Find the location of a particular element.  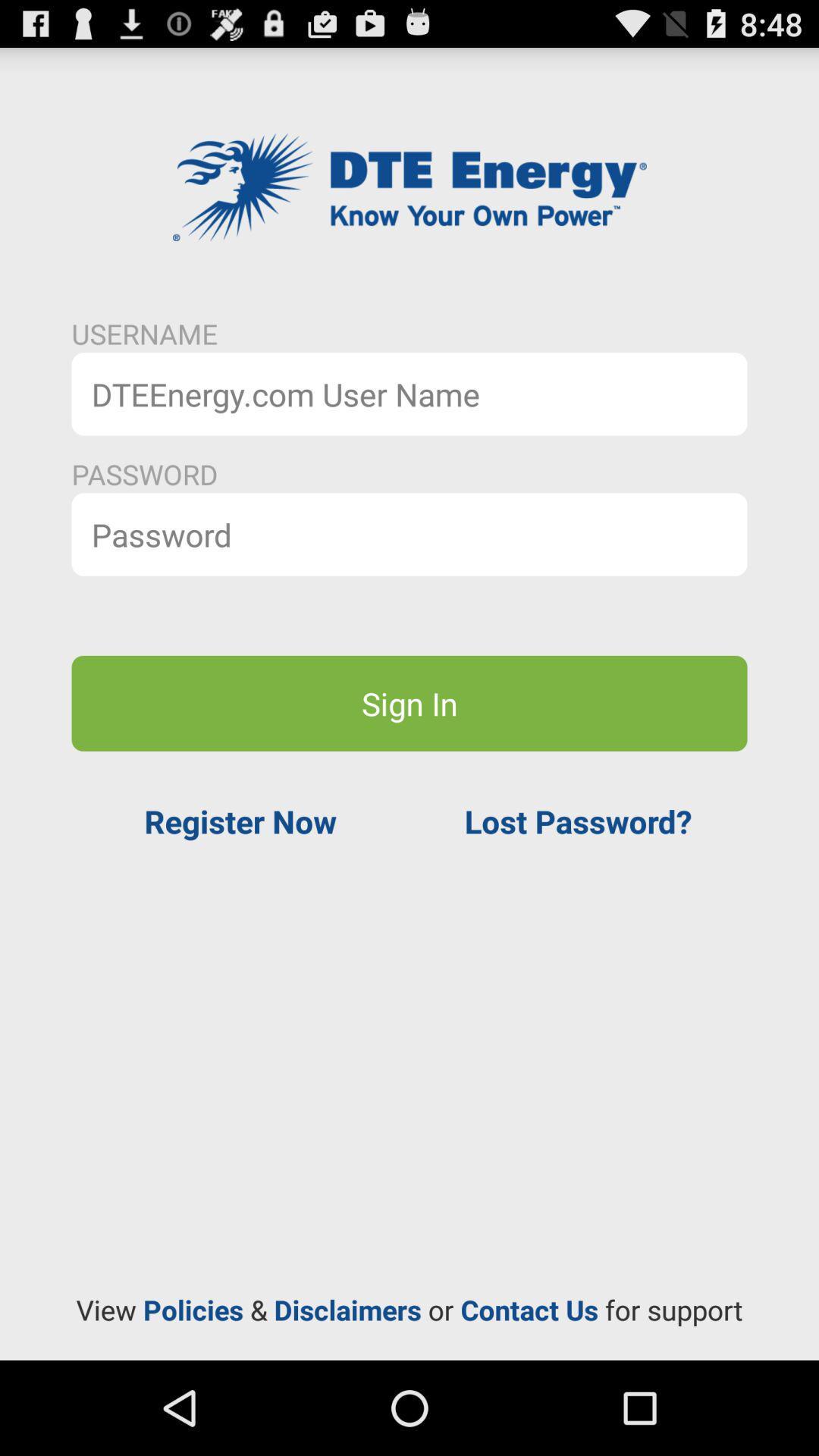

lost password? item is located at coordinates (578, 821).